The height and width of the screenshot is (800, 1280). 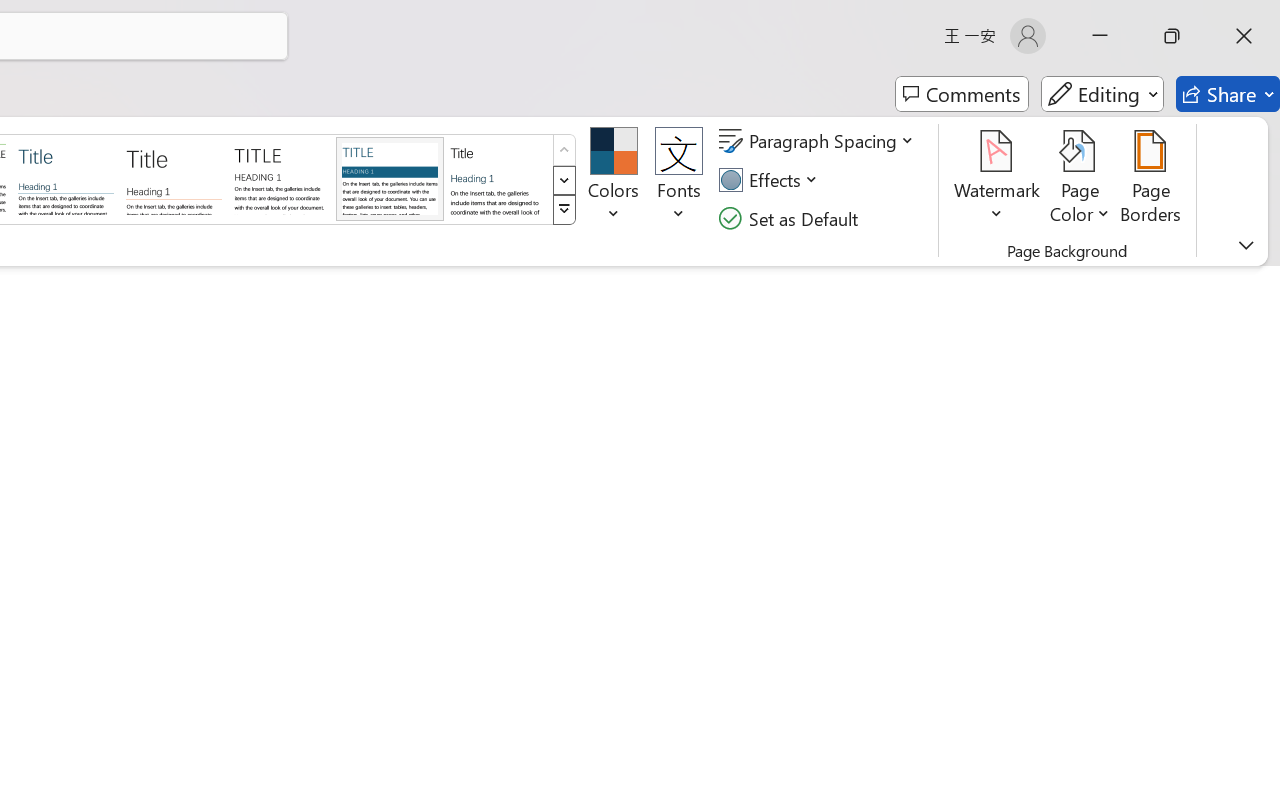 I want to click on 'Share', so click(x=1227, y=94).